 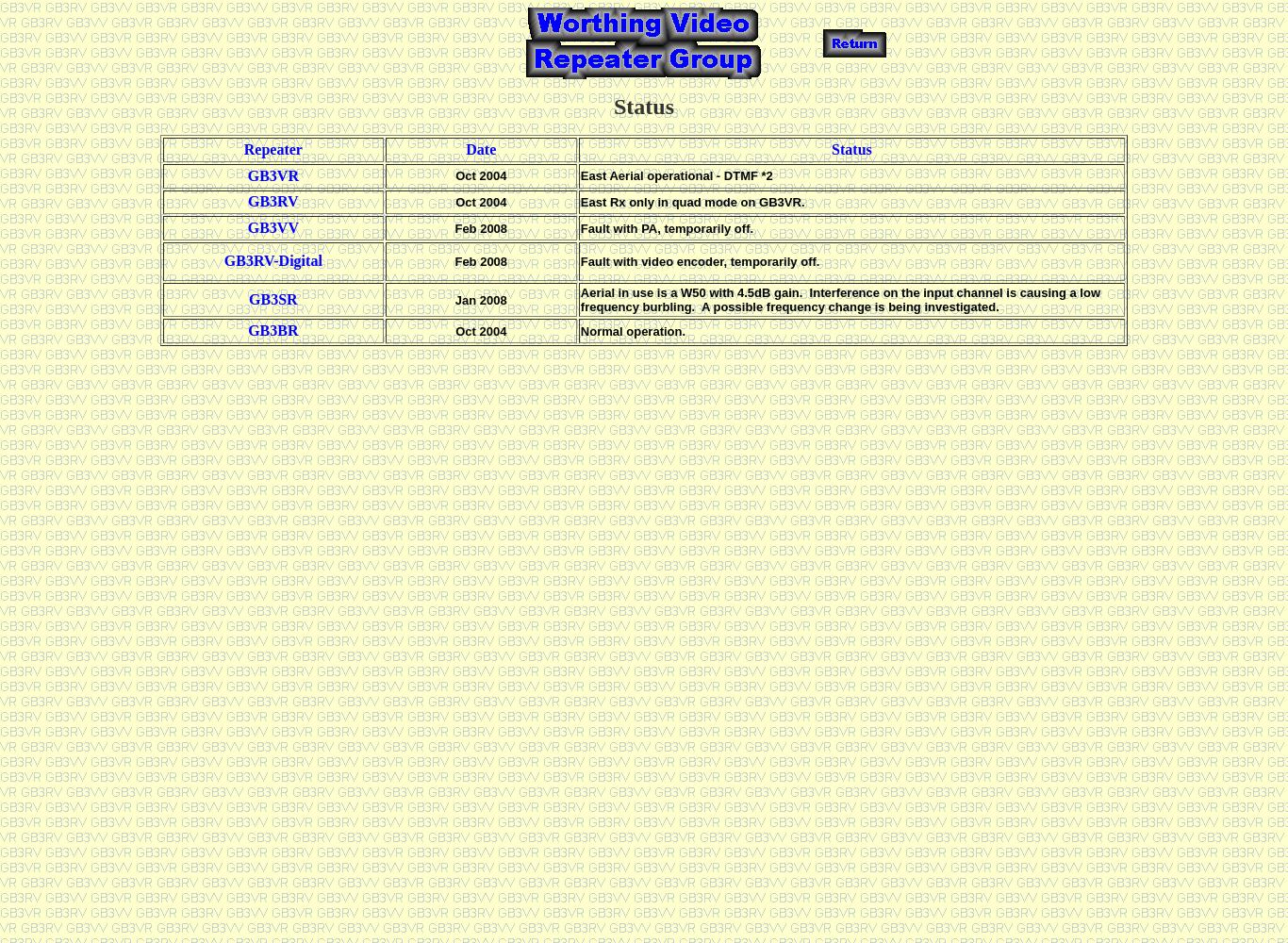 What do you see at coordinates (631, 329) in the screenshot?
I see `'Normal operation.'` at bounding box center [631, 329].